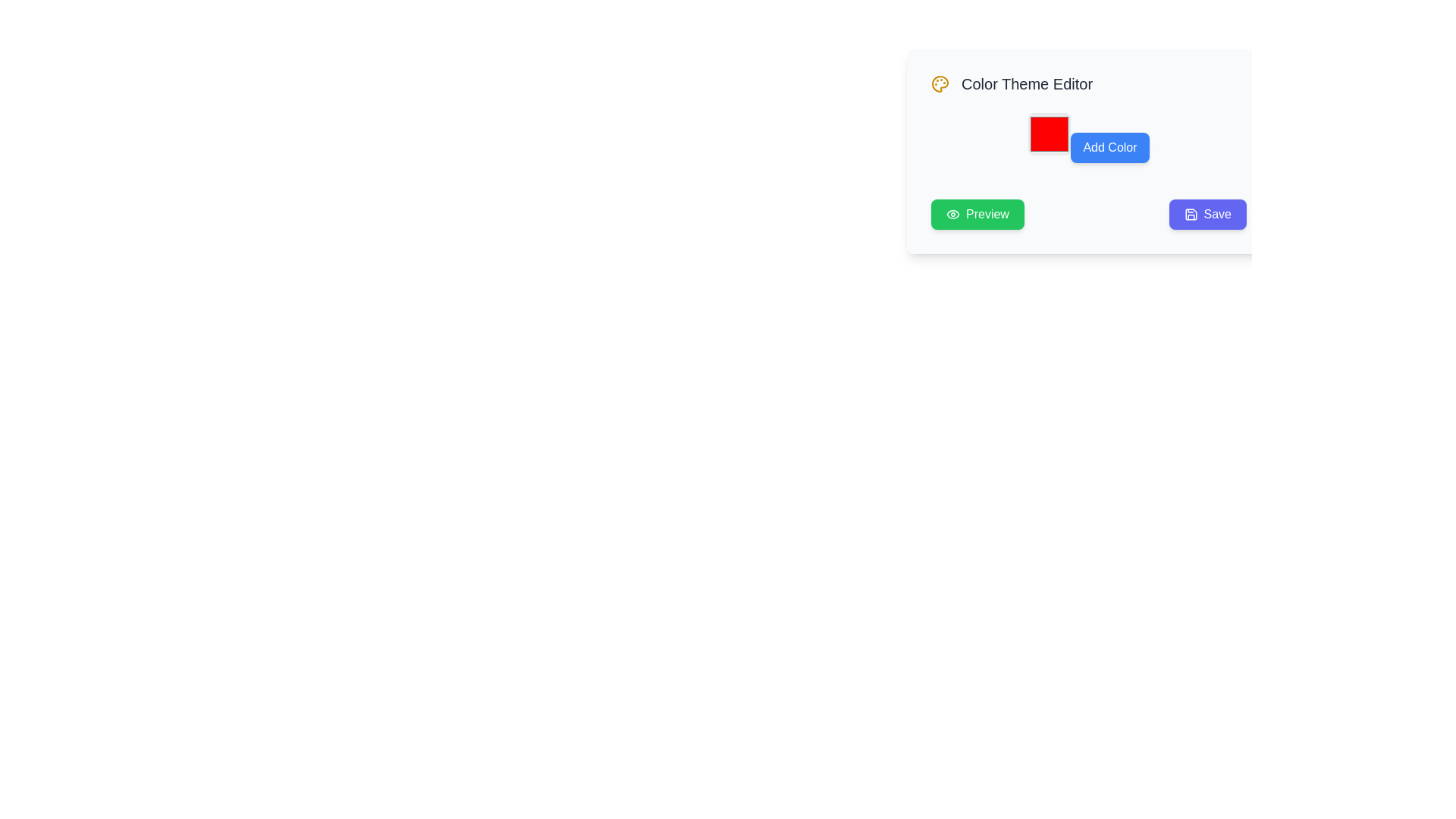 This screenshot has height=819, width=1456. Describe the element at coordinates (1207, 214) in the screenshot. I see `the 'Save' button, which is a rectangular button with rounded corners and a blue background` at that location.